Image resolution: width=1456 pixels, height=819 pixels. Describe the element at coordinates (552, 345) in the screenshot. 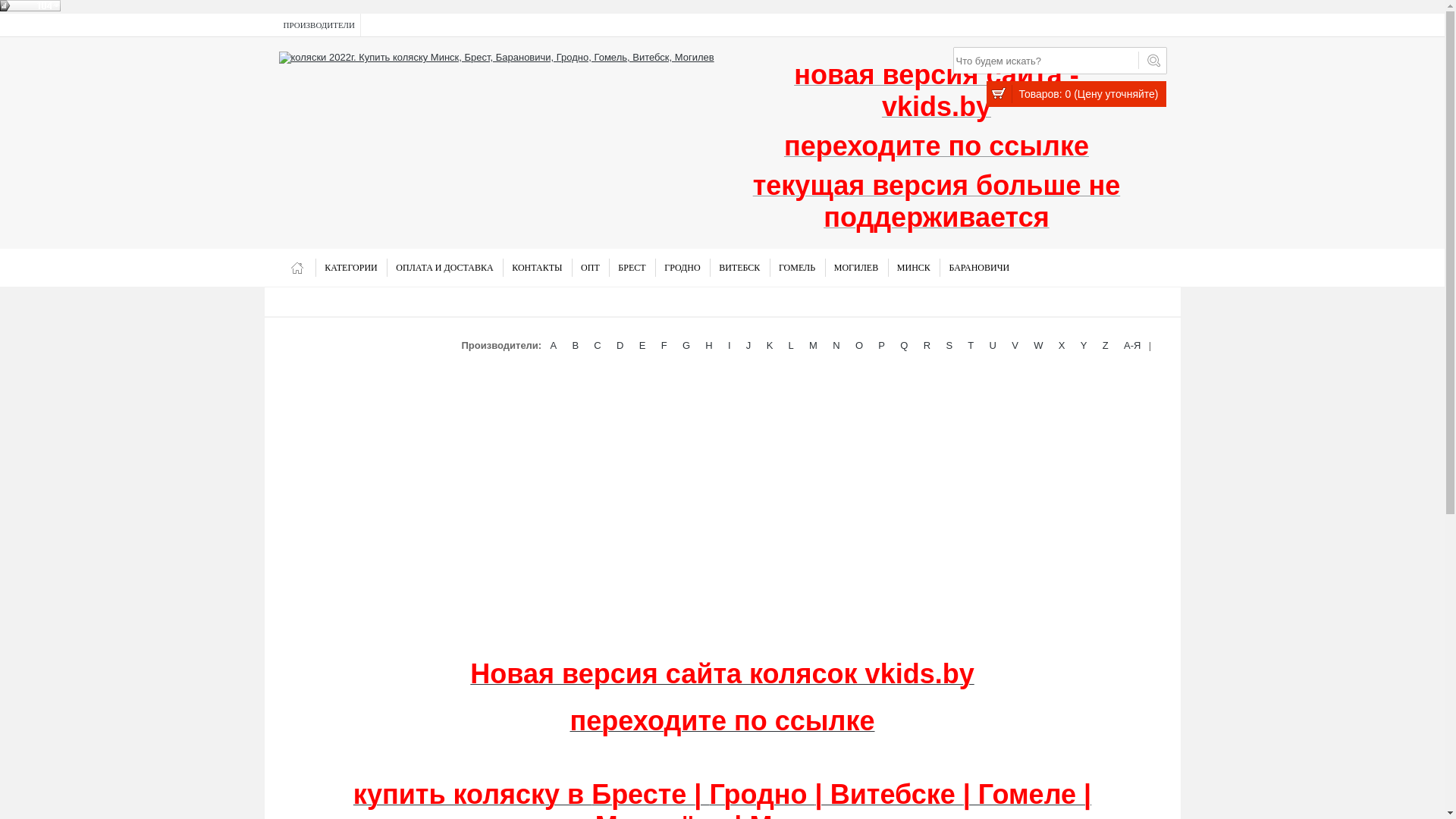

I see `'A'` at that location.